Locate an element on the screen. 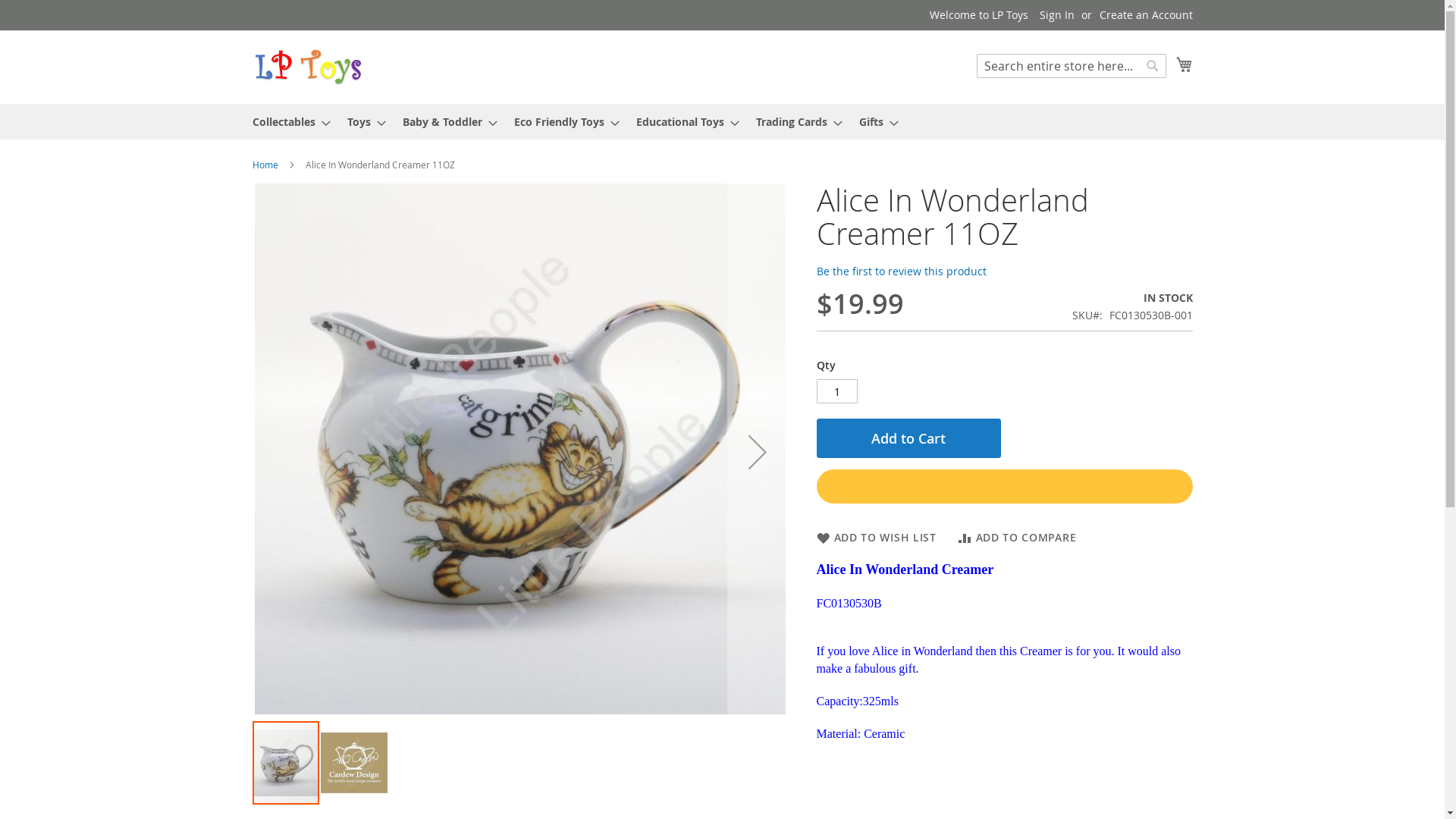  'Collectables' is located at coordinates (286, 121).